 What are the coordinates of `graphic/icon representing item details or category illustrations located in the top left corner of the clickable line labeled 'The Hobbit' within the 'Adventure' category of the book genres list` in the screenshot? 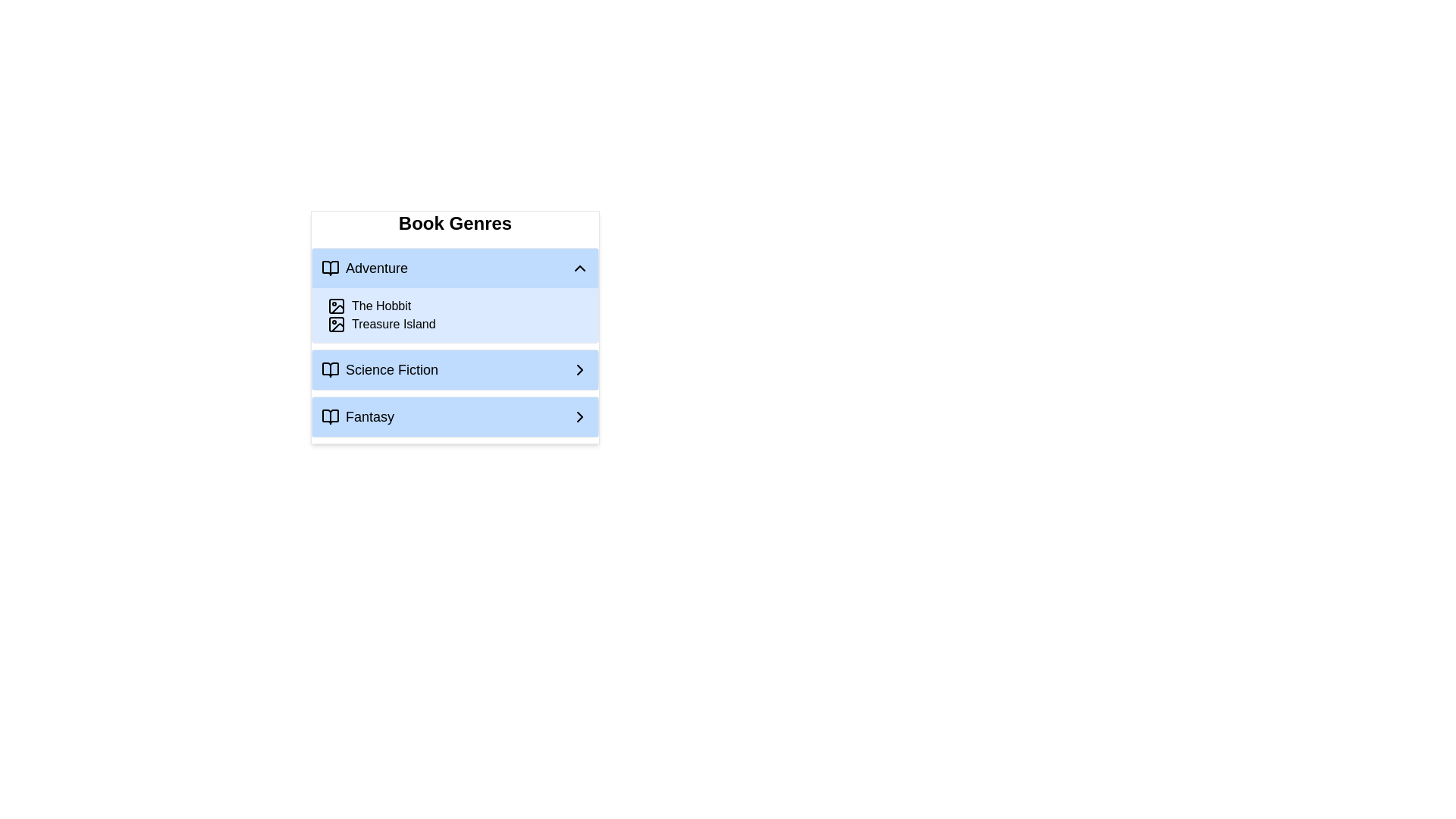 It's located at (336, 306).